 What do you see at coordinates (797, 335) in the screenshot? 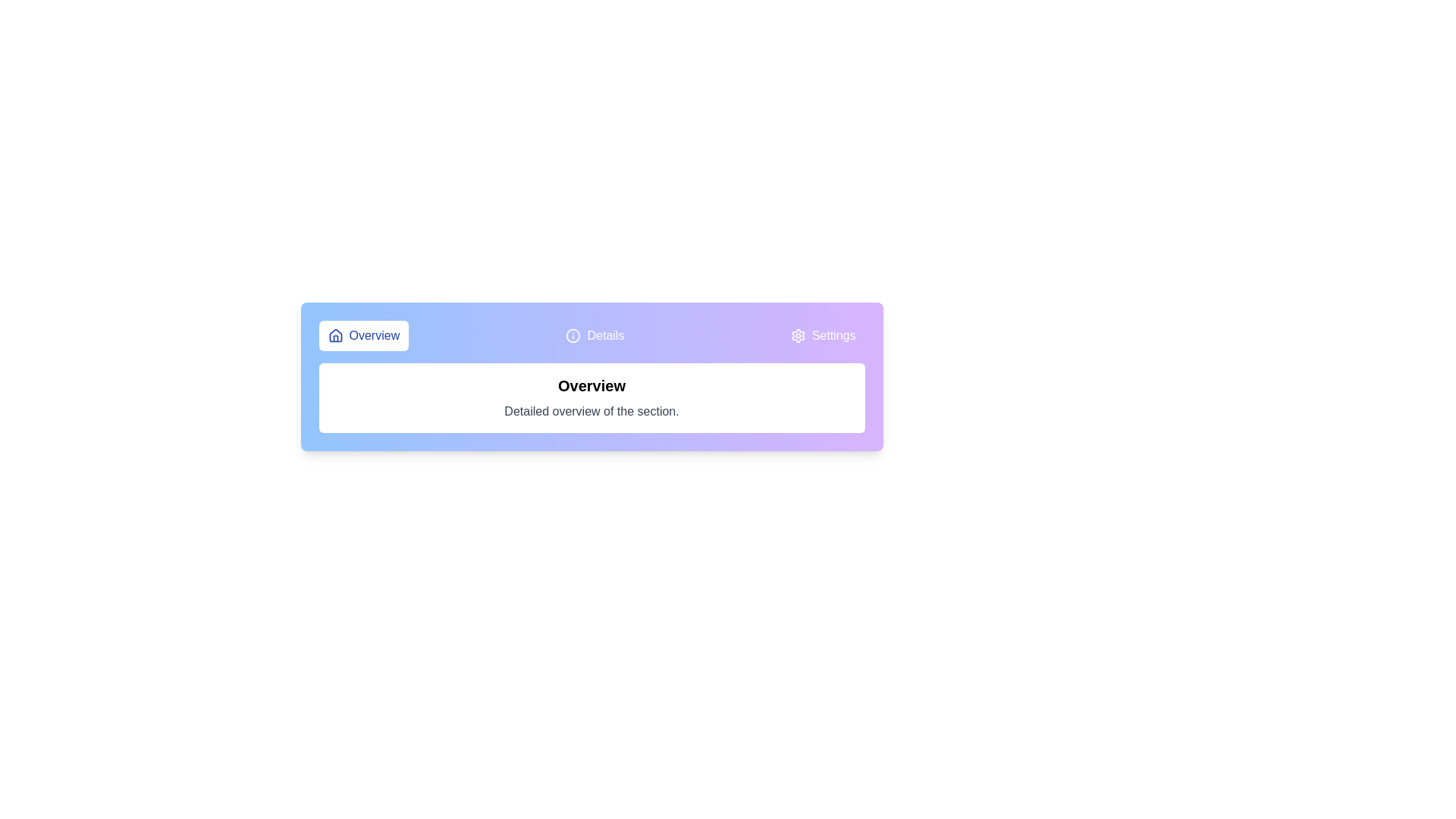
I see `the settings icon located in the top-right corner of the interface` at bounding box center [797, 335].